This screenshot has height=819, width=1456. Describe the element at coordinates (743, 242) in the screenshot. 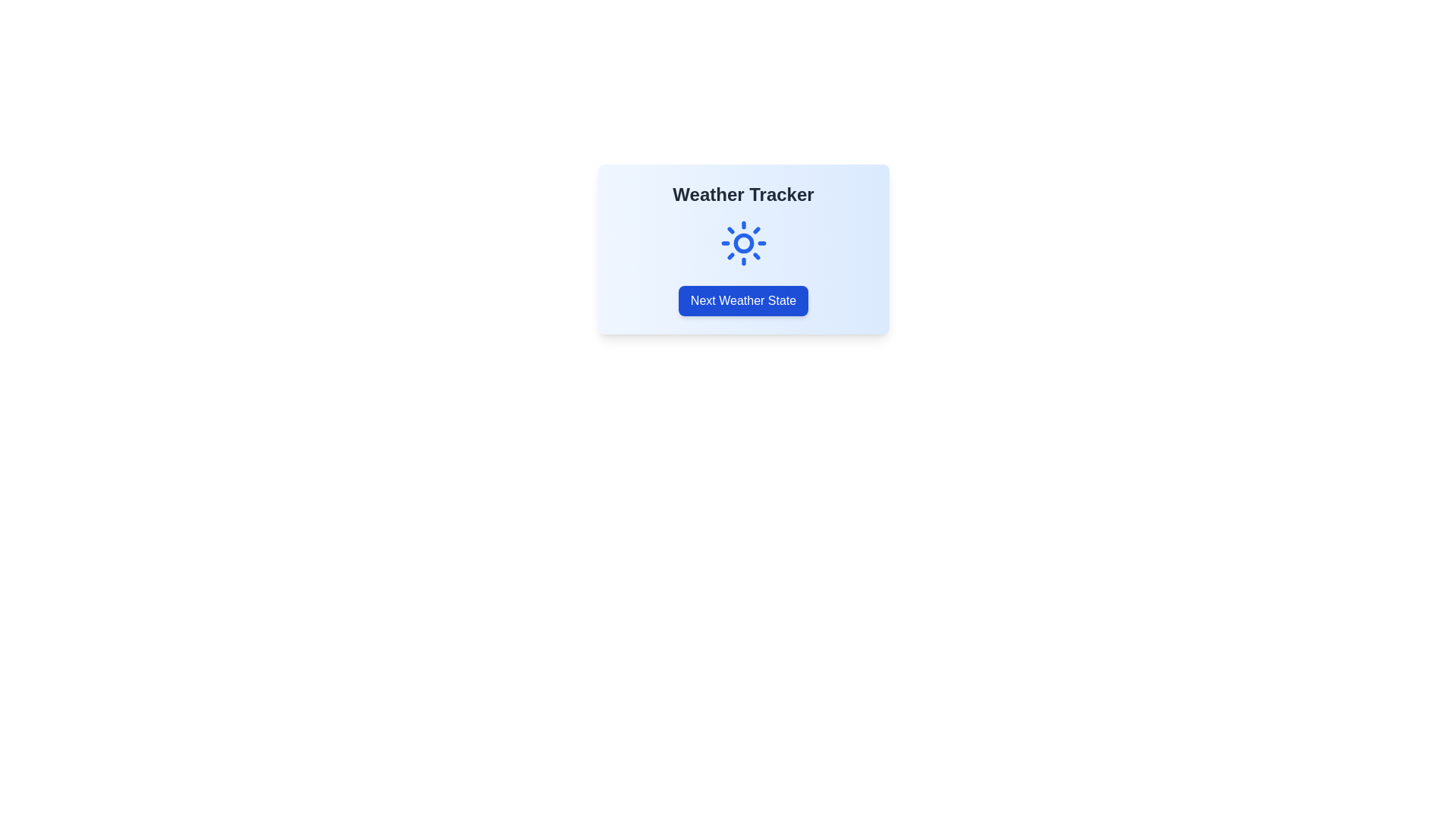

I see `the decorative weather icon in the Weather Tracker interface, located beneath the 'Weather Tracker' heading and above the 'Next Weather State' button` at that location.